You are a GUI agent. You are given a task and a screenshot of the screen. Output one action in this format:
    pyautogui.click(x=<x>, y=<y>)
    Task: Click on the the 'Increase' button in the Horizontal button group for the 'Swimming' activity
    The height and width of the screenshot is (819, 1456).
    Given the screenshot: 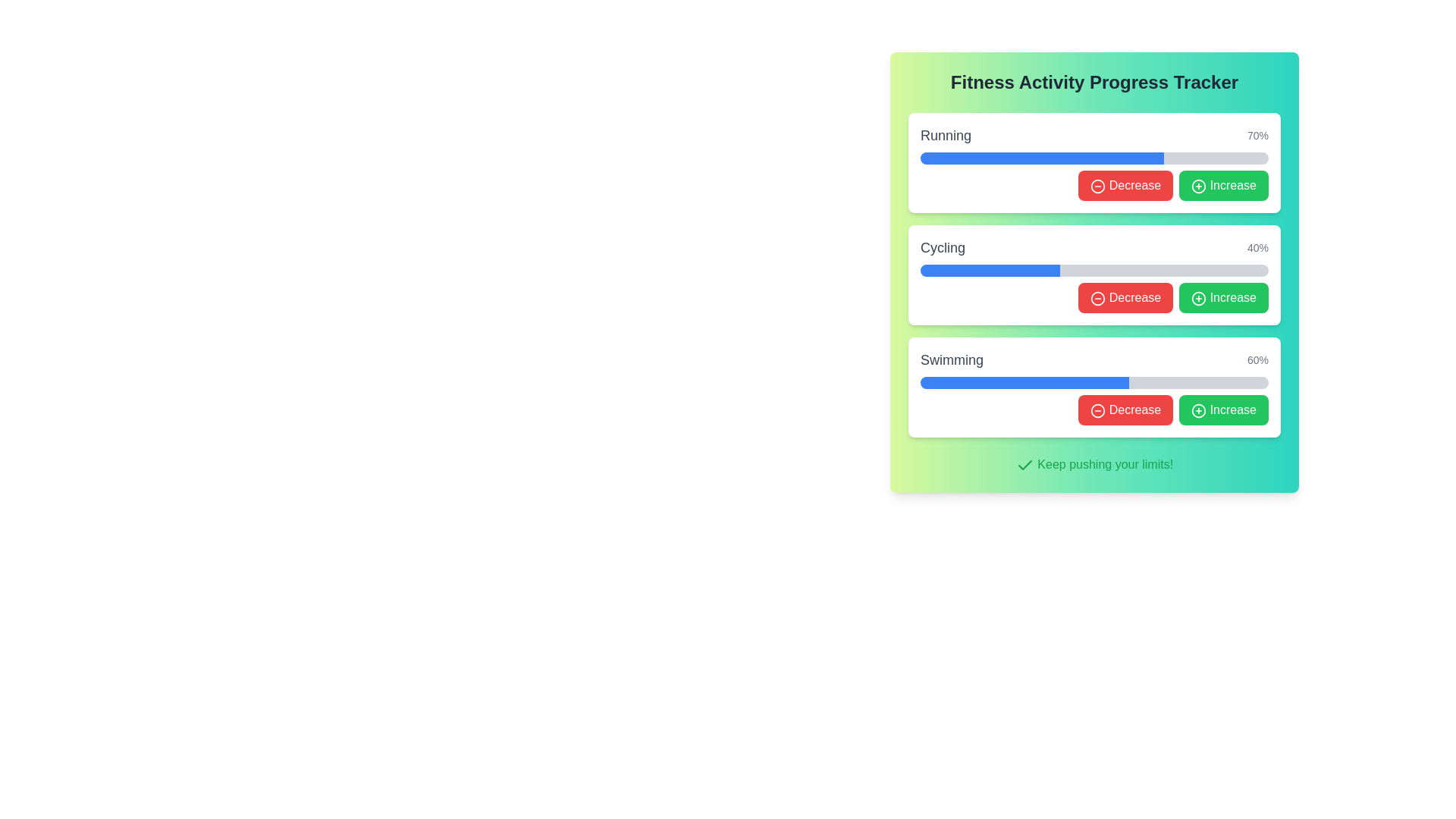 What is the action you would take?
    pyautogui.click(x=1094, y=409)
    